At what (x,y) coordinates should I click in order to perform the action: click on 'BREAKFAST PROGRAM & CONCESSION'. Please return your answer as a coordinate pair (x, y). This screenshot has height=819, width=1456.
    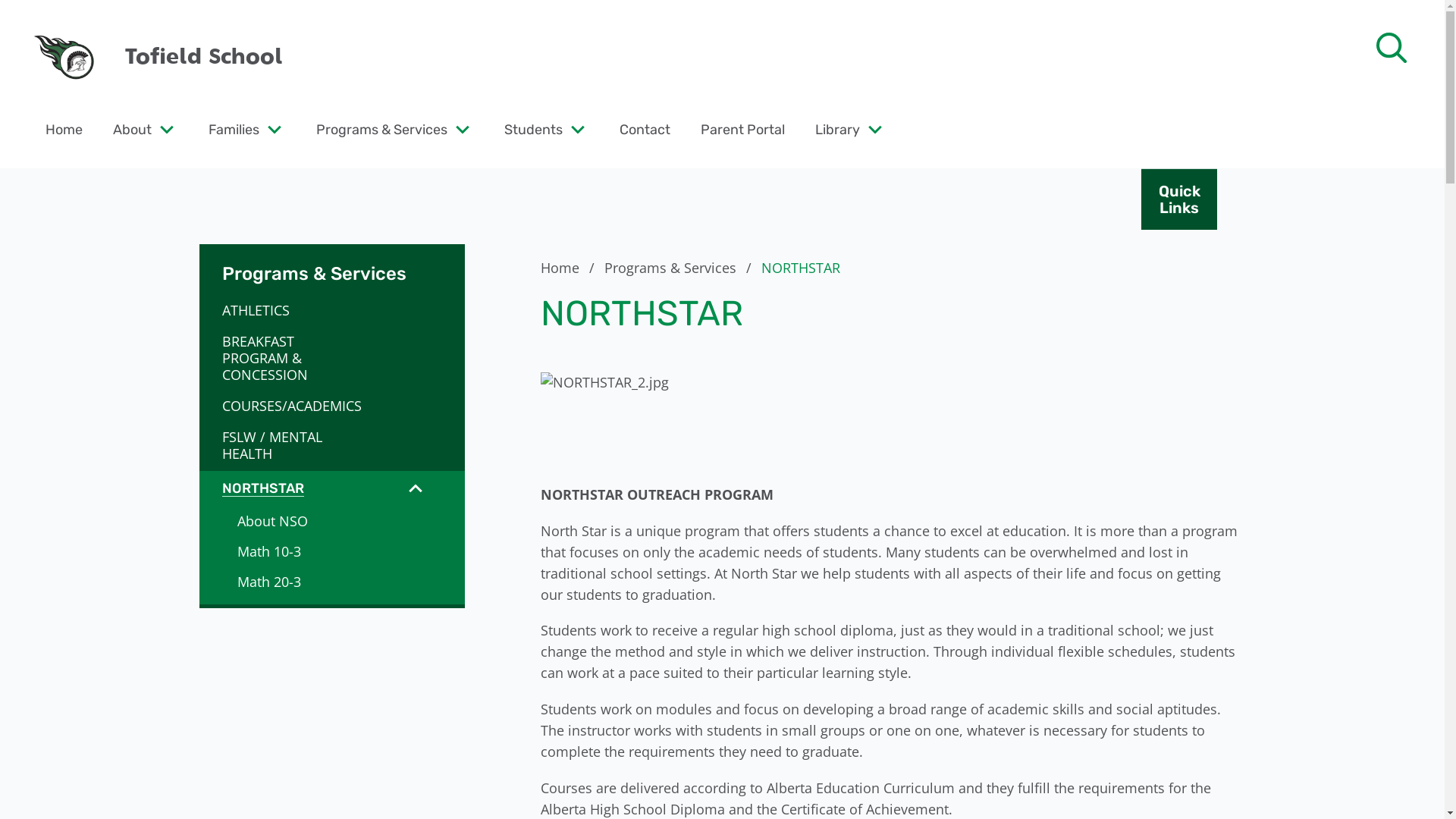
    Looking at the image, I should click on (287, 357).